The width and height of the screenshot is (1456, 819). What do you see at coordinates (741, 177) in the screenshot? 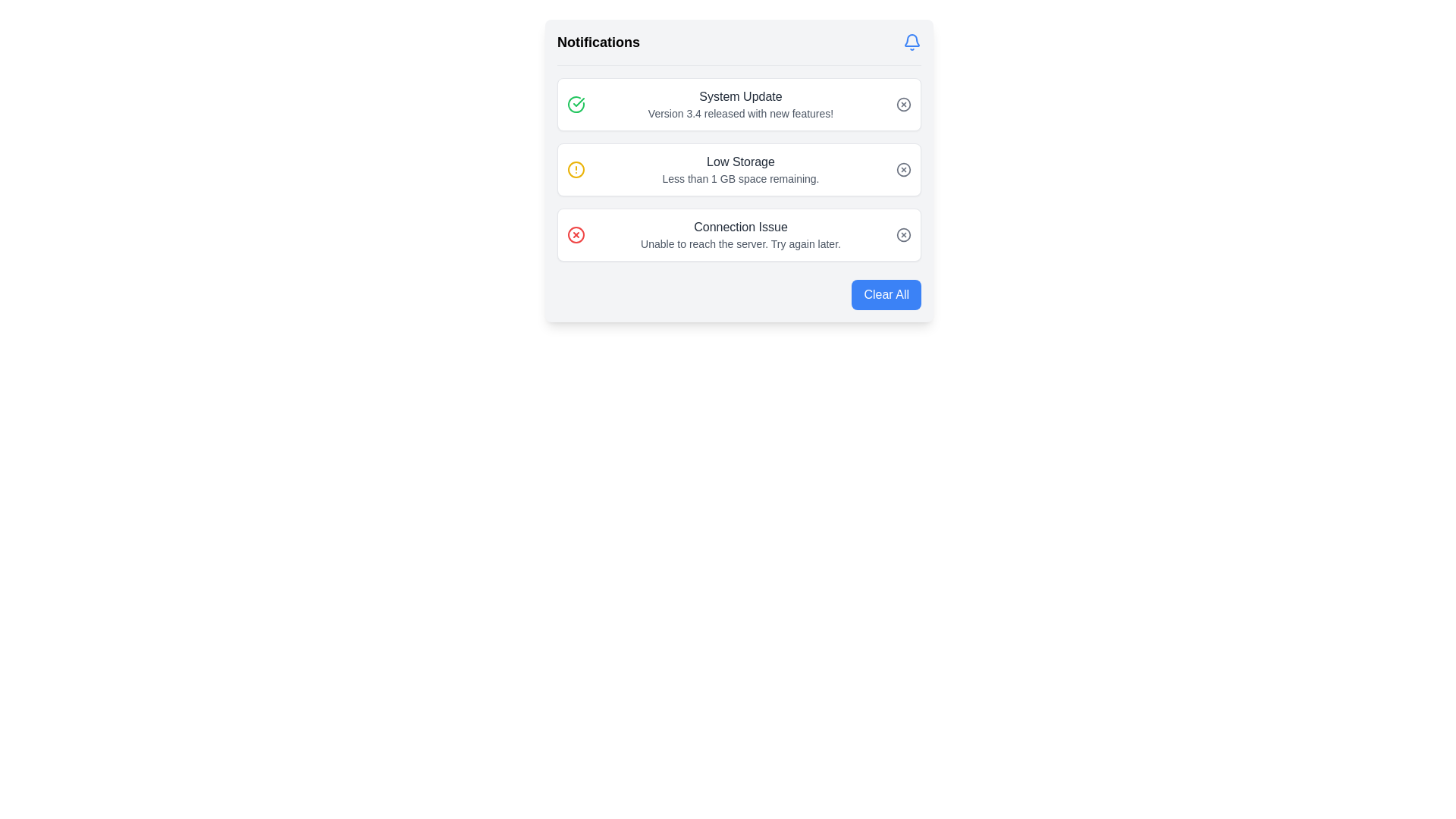
I see `text element that displays 'Less than 1 GB space remaining.' located beneath the 'Low Storage' heading` at bounding box center [741, 177].